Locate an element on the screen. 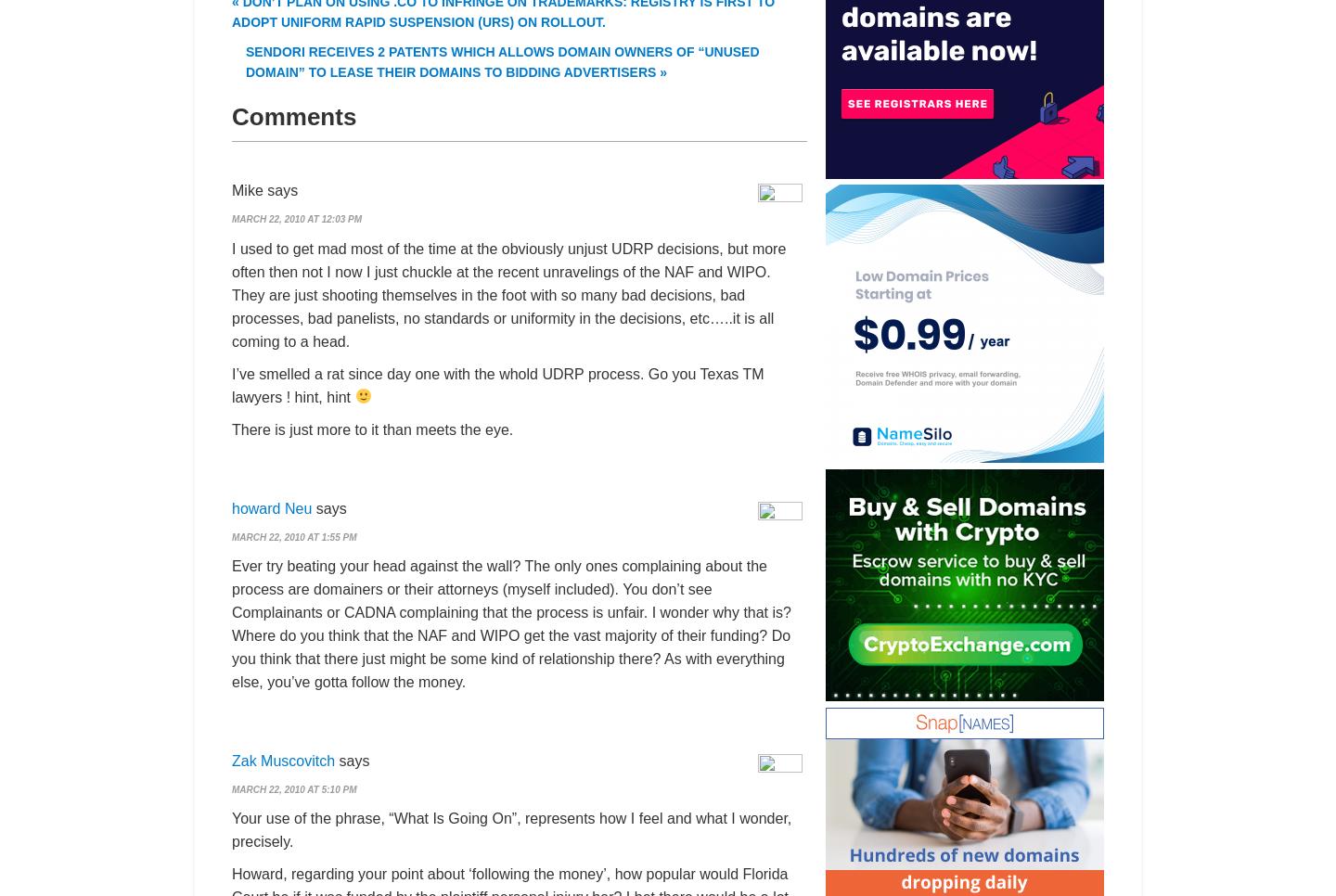 The width and height of the screenshot is (1336, 896). 'Your use of the phrase, “What Is Going On”, represents how I feel and what I wonder, precisely.' is located at coordinates (230, 829).